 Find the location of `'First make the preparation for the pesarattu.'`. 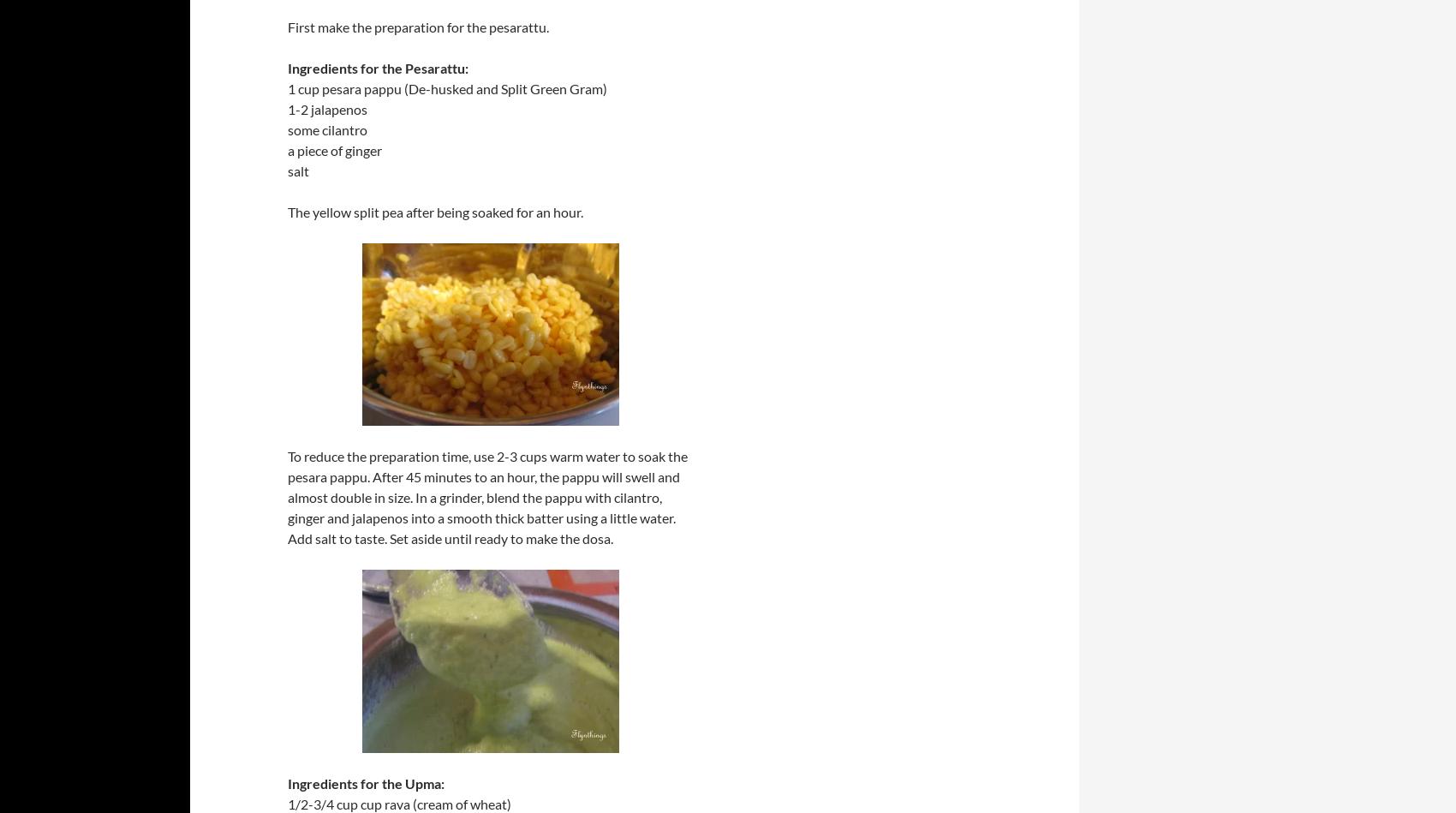

'First make the preparation for the pesarattu.' is located at coordinates (418, 27).